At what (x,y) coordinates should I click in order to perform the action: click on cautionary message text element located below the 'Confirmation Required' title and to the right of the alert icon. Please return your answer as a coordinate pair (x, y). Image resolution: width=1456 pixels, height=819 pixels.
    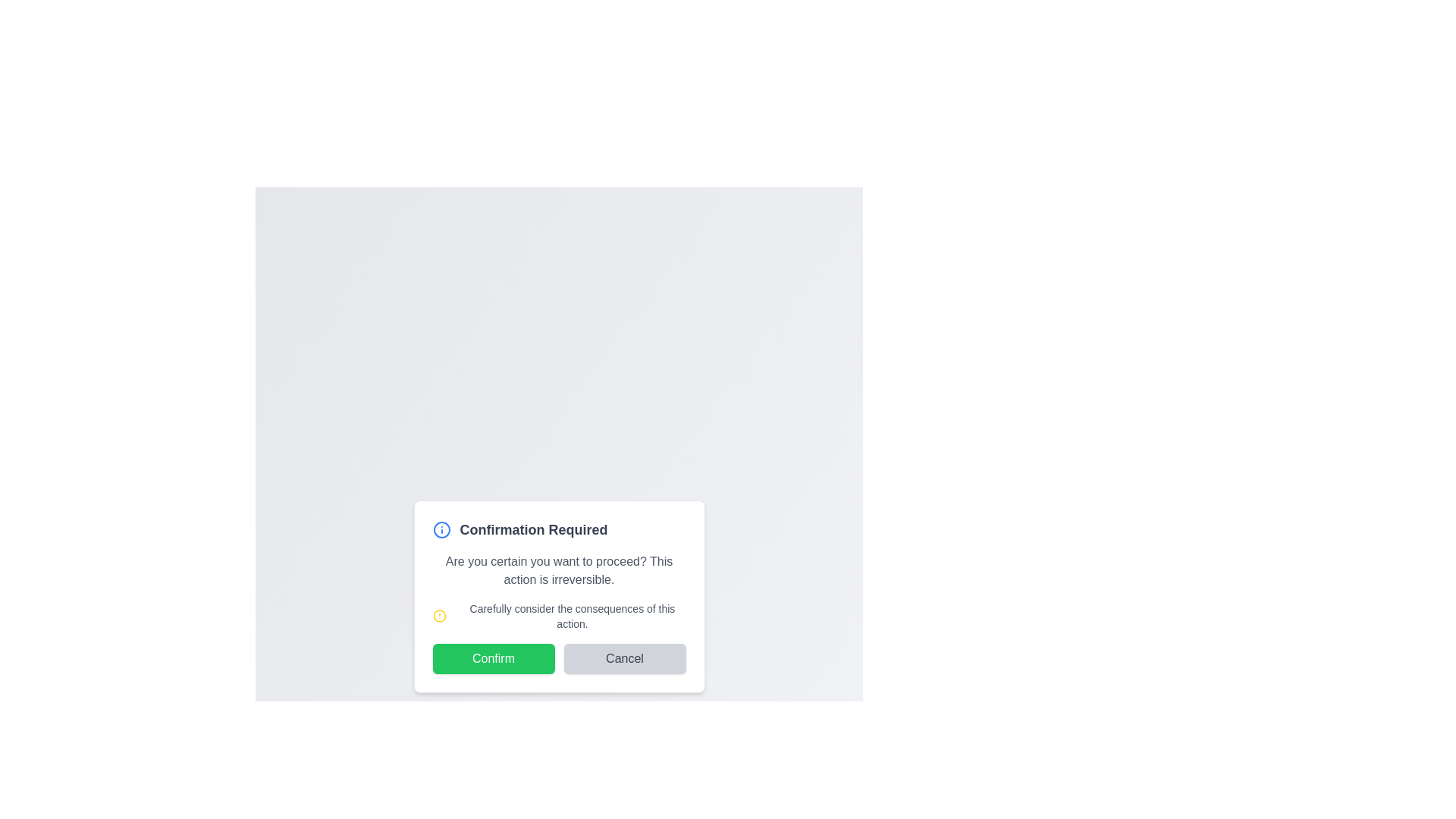
    Looking at the image, I should click on (571, 617).